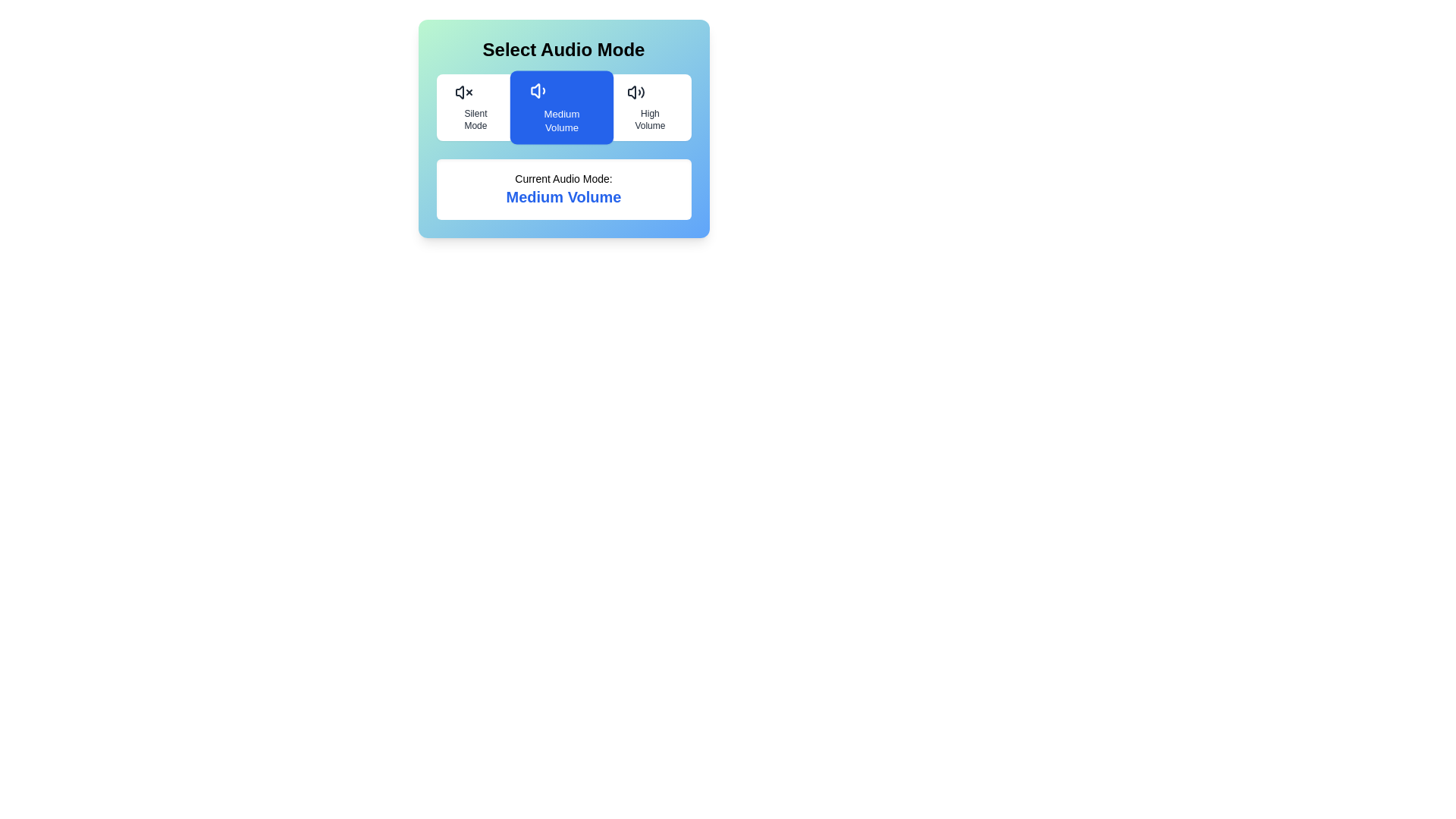 The image size is (1456, 819). Describe the element at coordinates (650, 107) in the screenshot. I see `the audio mode High Volume by clicking the corresponding button` at that location.